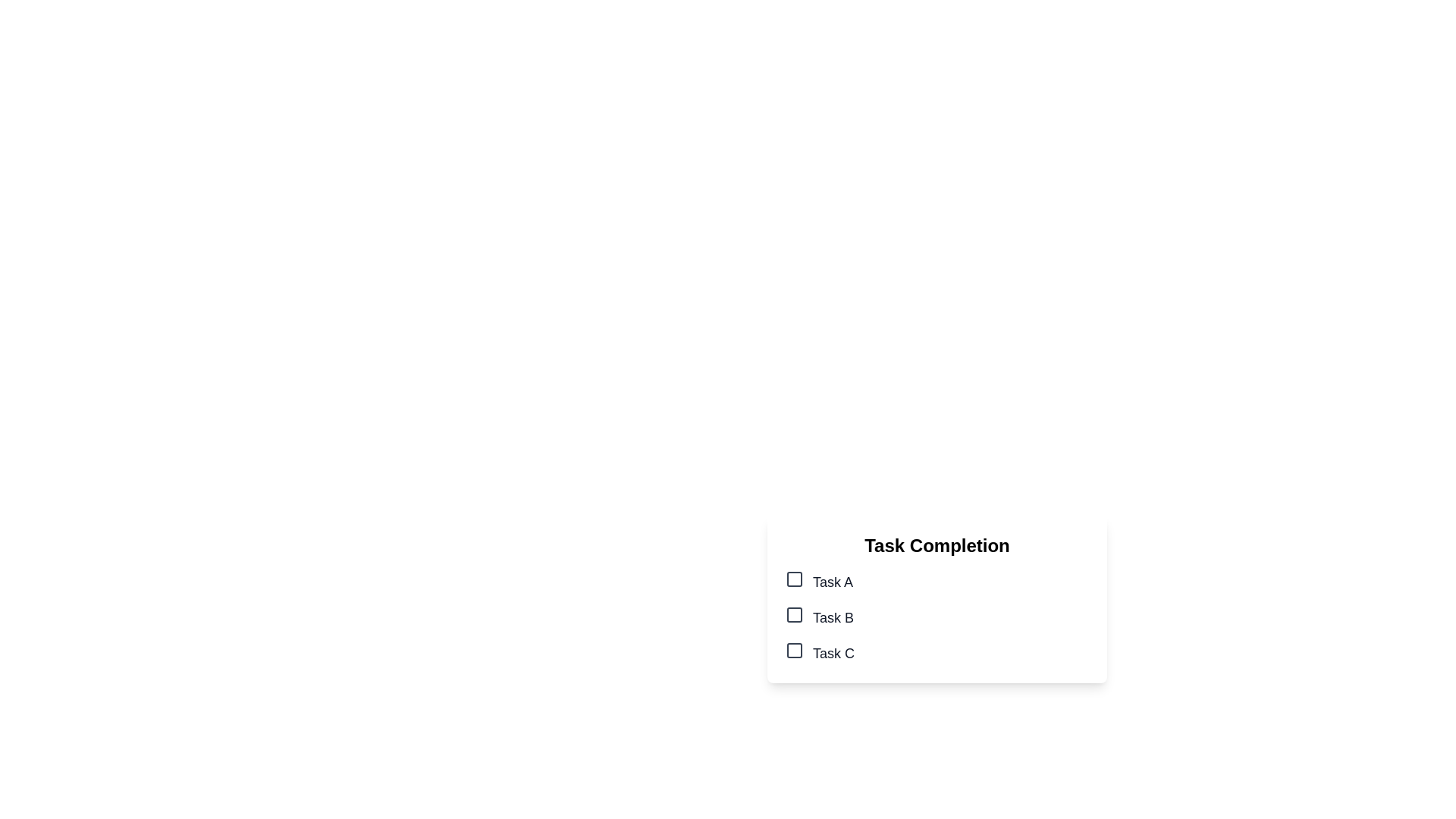 The width and height of the screenshot is (1456, 819). Describe the element at coordinates (793, 649) in the screenshot. I see `the checkbox styled with a gray outline associated with the label 'Task C'` at that location.